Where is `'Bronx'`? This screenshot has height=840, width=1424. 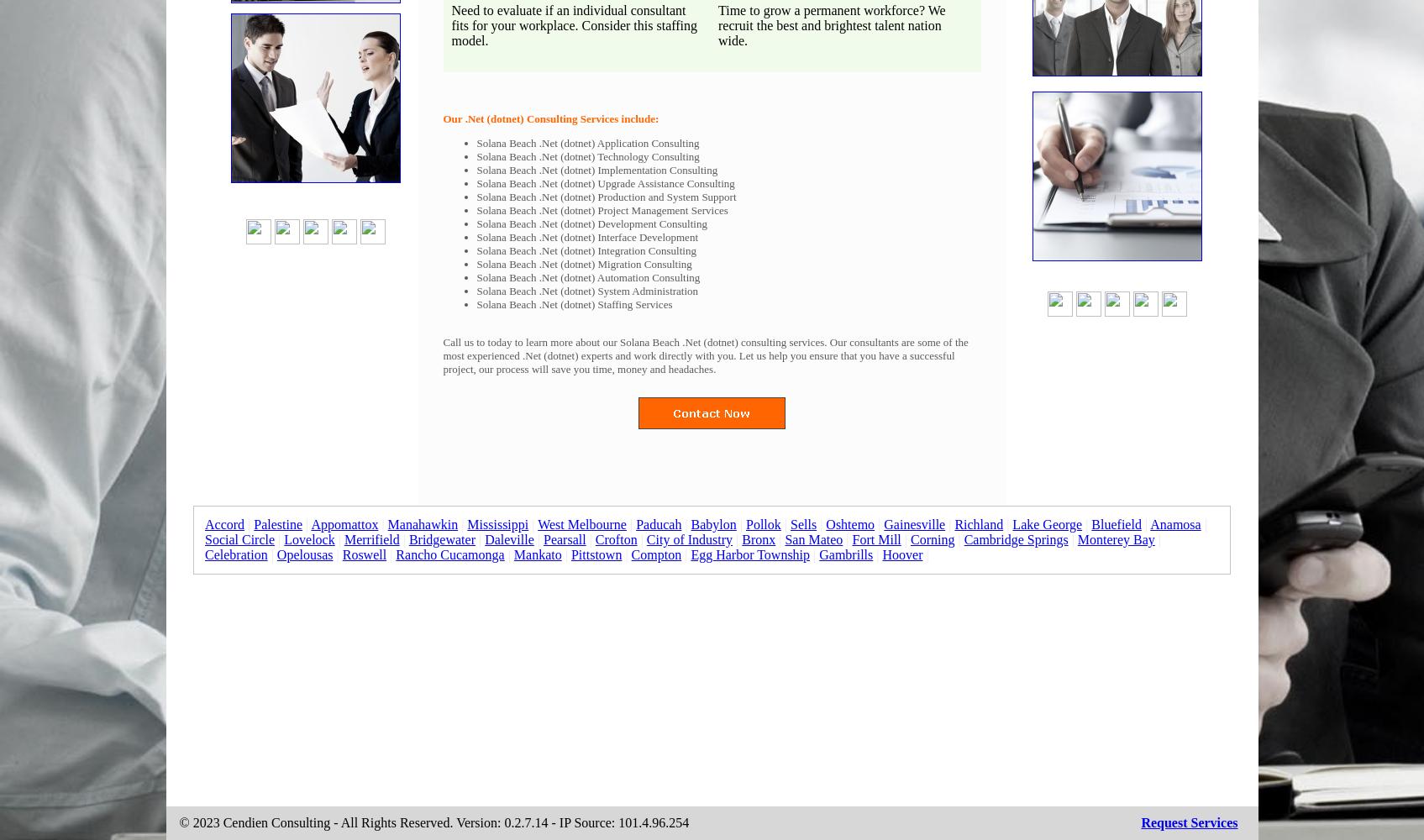
'Bronx' is located at coordinates (757, 539).